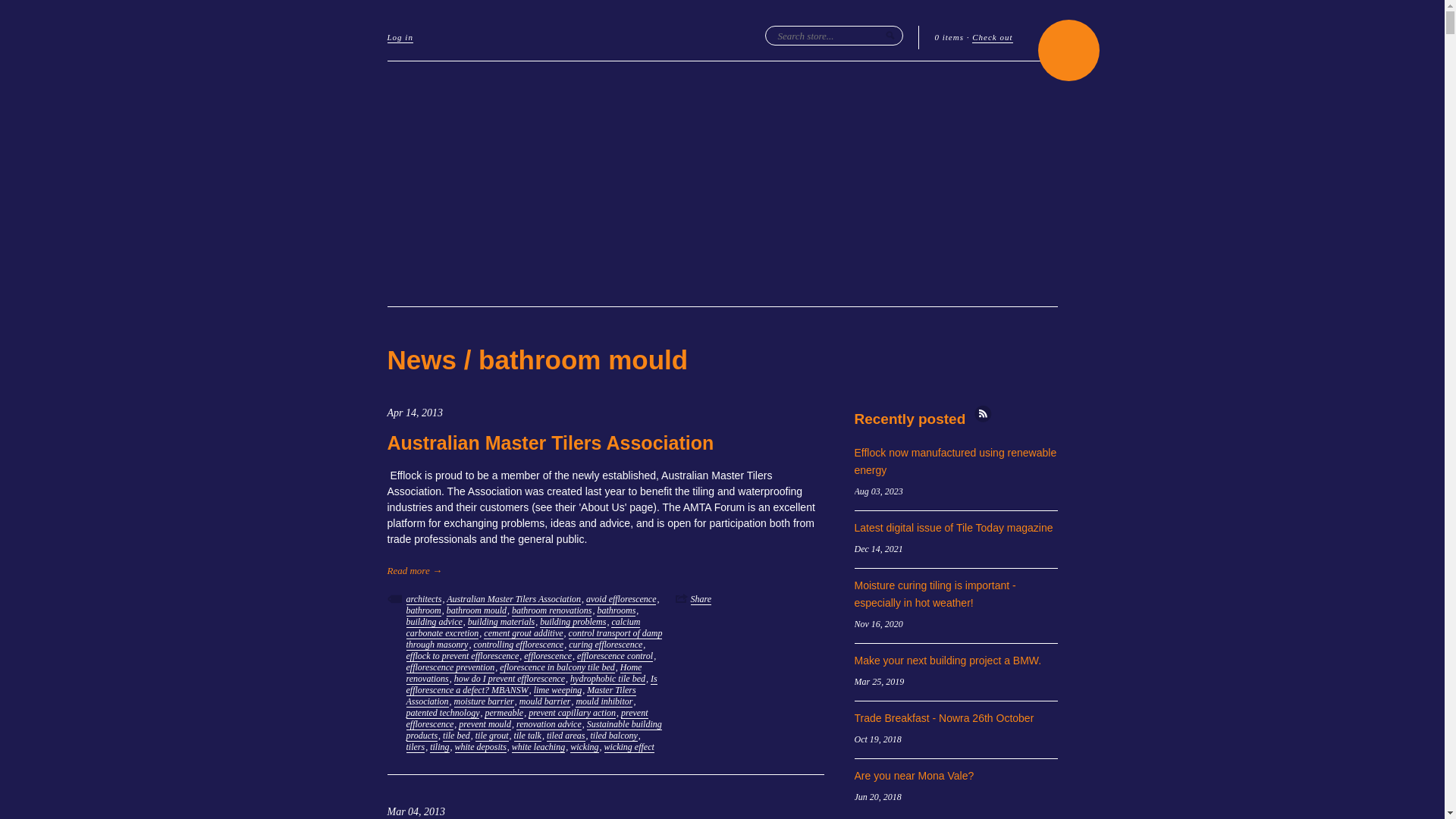  What do you see at coordinates (406, 667) in the screenshot?
I see `'efflorescence prevention'` at bounding box center [406, 667].